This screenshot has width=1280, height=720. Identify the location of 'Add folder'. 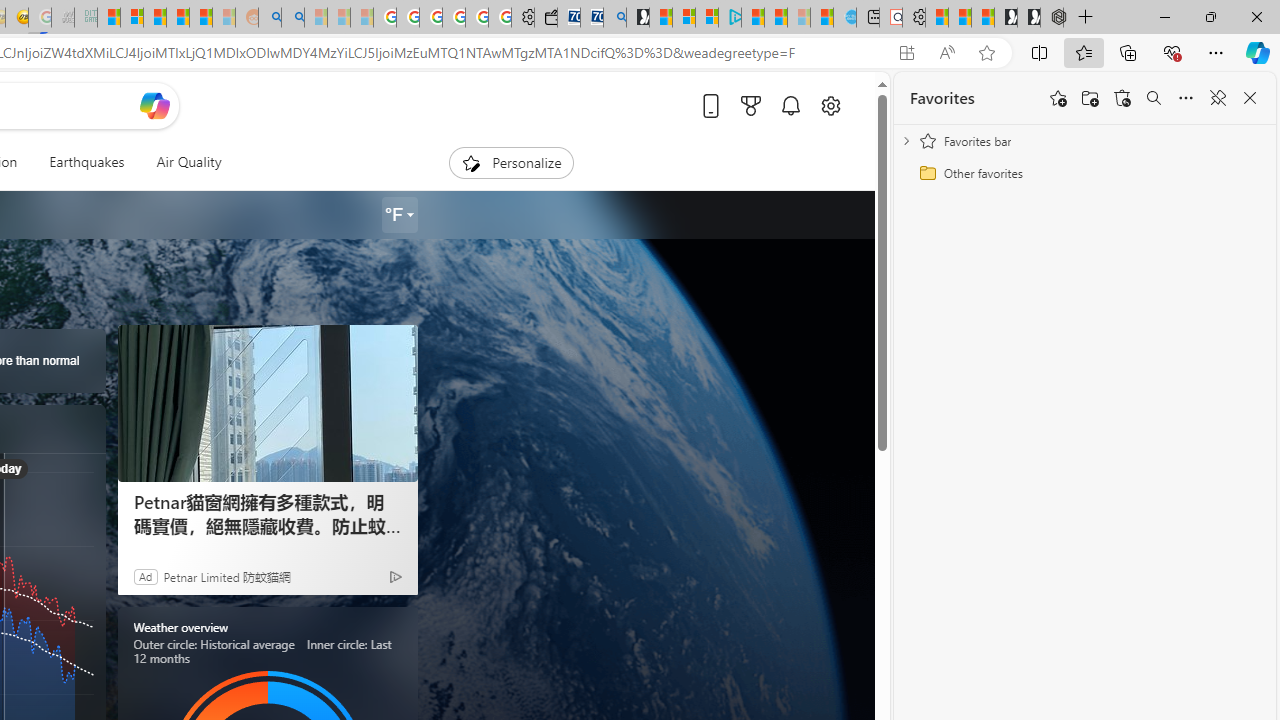
(1088, 98).